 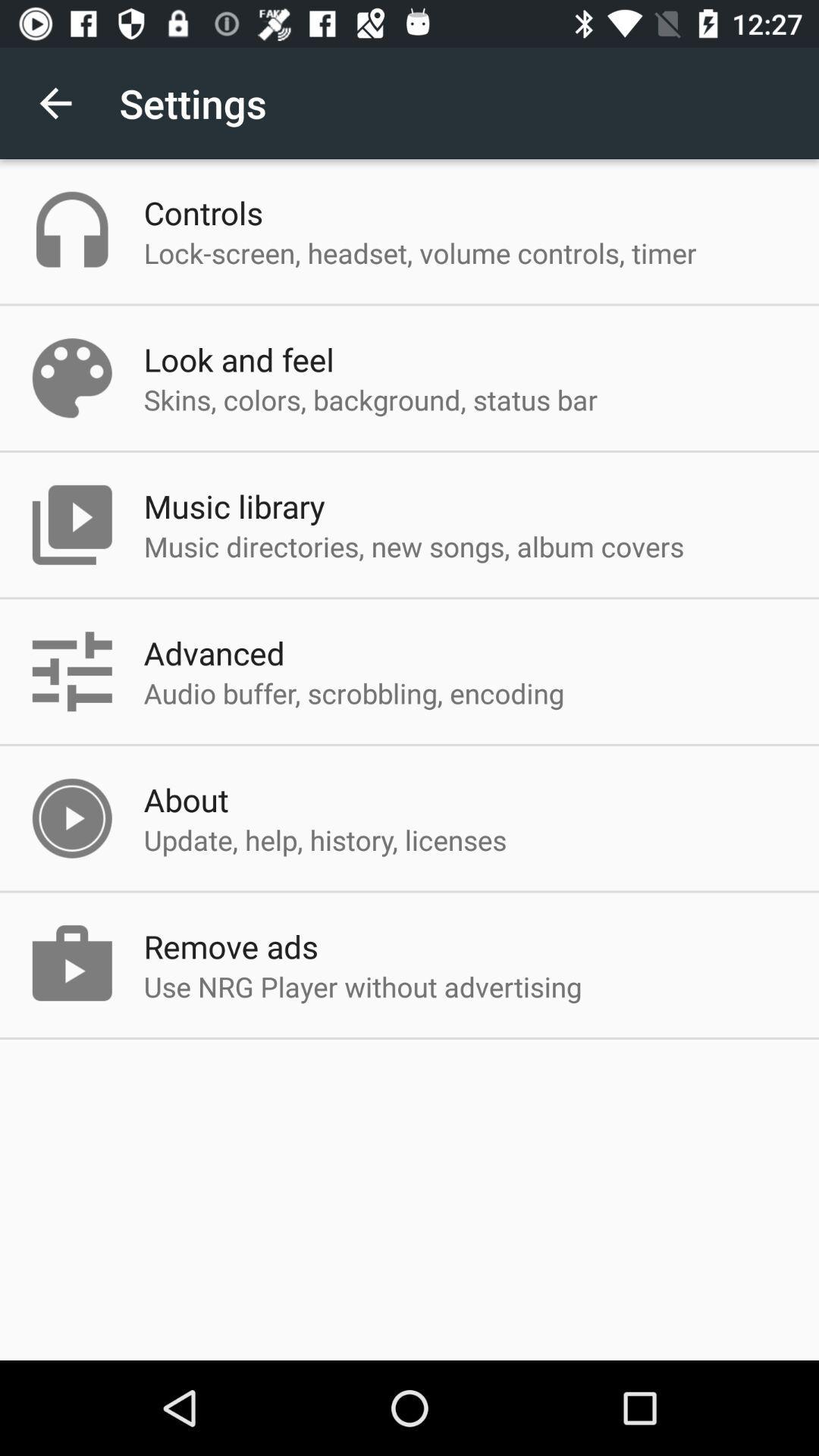 I want to click on the item above the use nrg player app, so click(x=231, y=946).